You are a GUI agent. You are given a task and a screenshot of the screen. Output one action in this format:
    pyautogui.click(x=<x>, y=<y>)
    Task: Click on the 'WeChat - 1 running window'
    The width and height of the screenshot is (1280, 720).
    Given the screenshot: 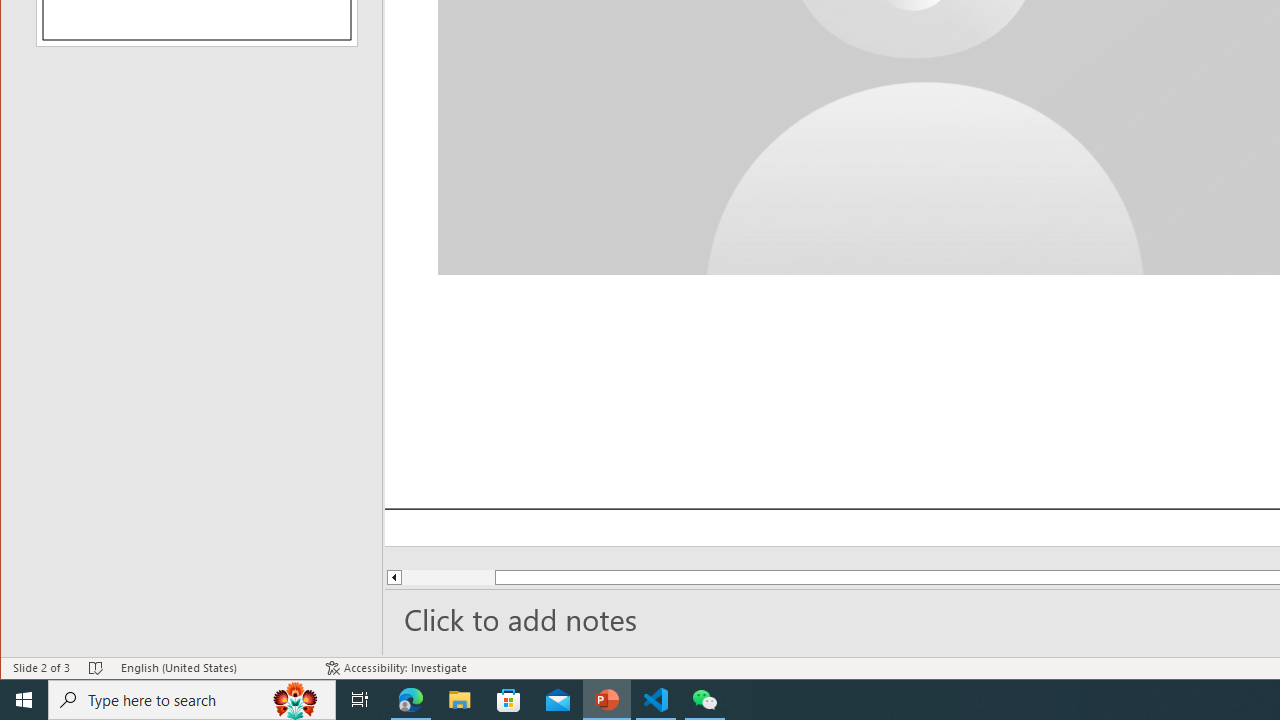 What is the action you would take?
    pyautogui.click(x=705, y=698)
    